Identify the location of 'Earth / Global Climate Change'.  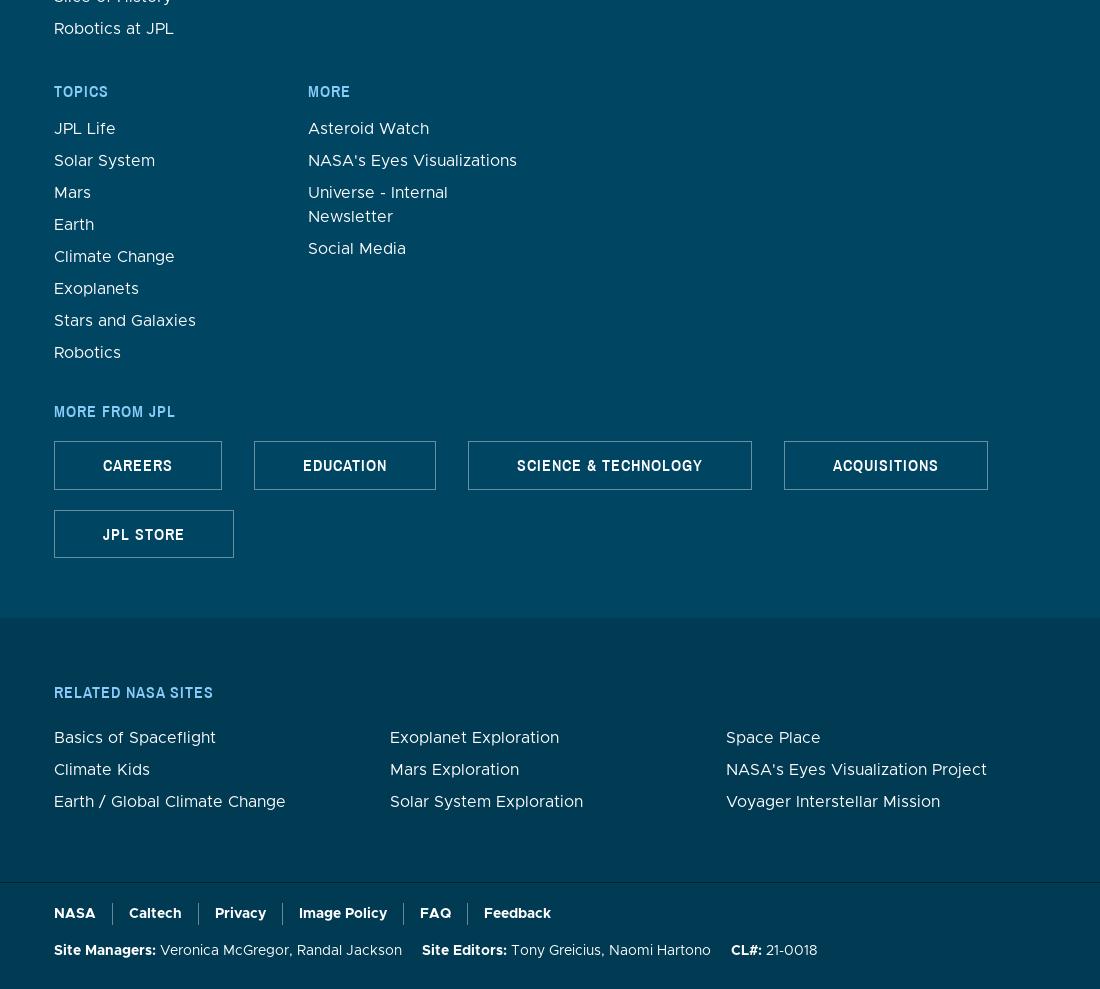
(168, 799).